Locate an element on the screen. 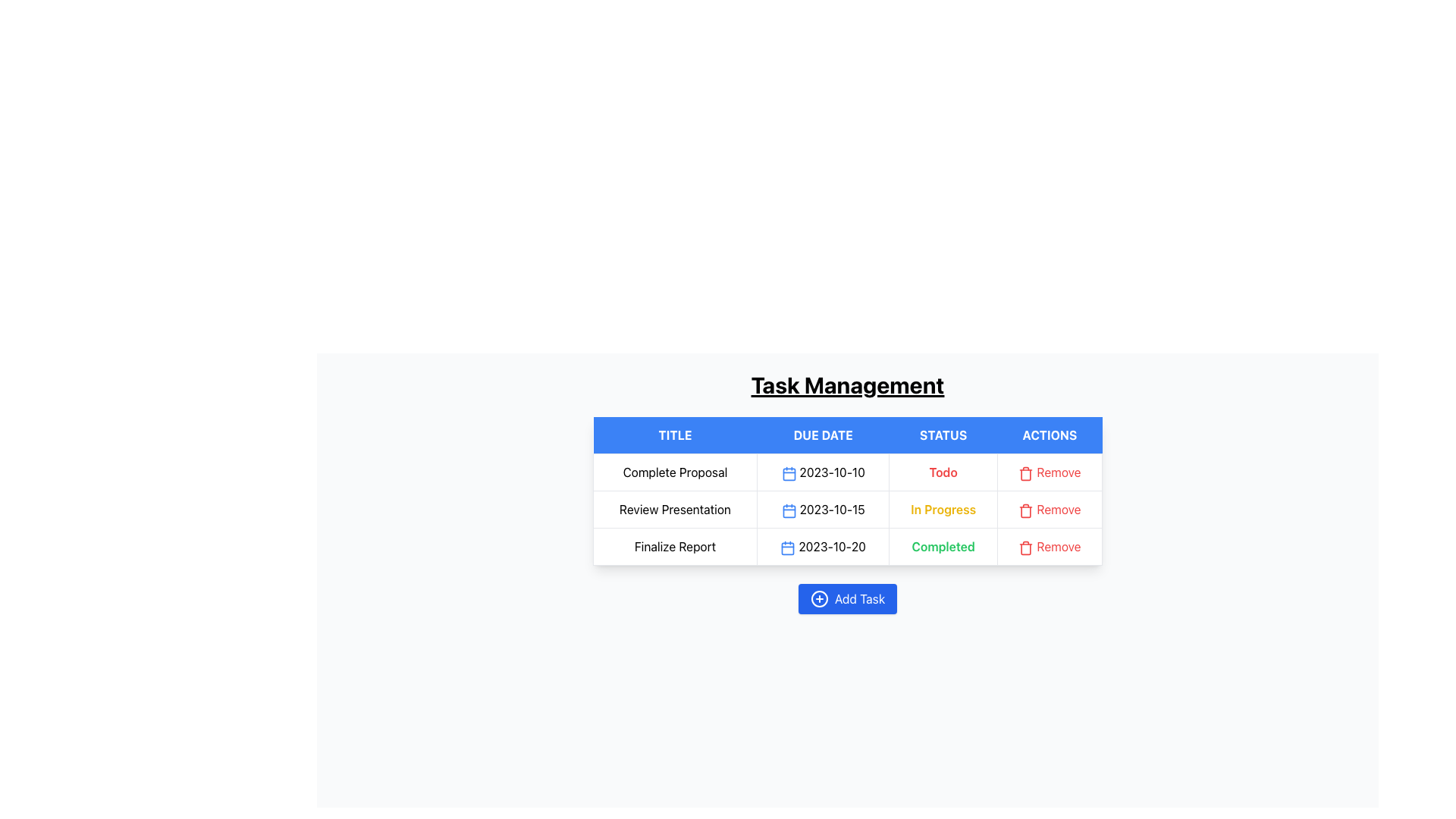 This screenshot has height=819, width=1456. the 'Remove' button located in the second row under the 'ACTIONS' column, aligned with the 'In Progress' status is located at coordinates (1048, 509).